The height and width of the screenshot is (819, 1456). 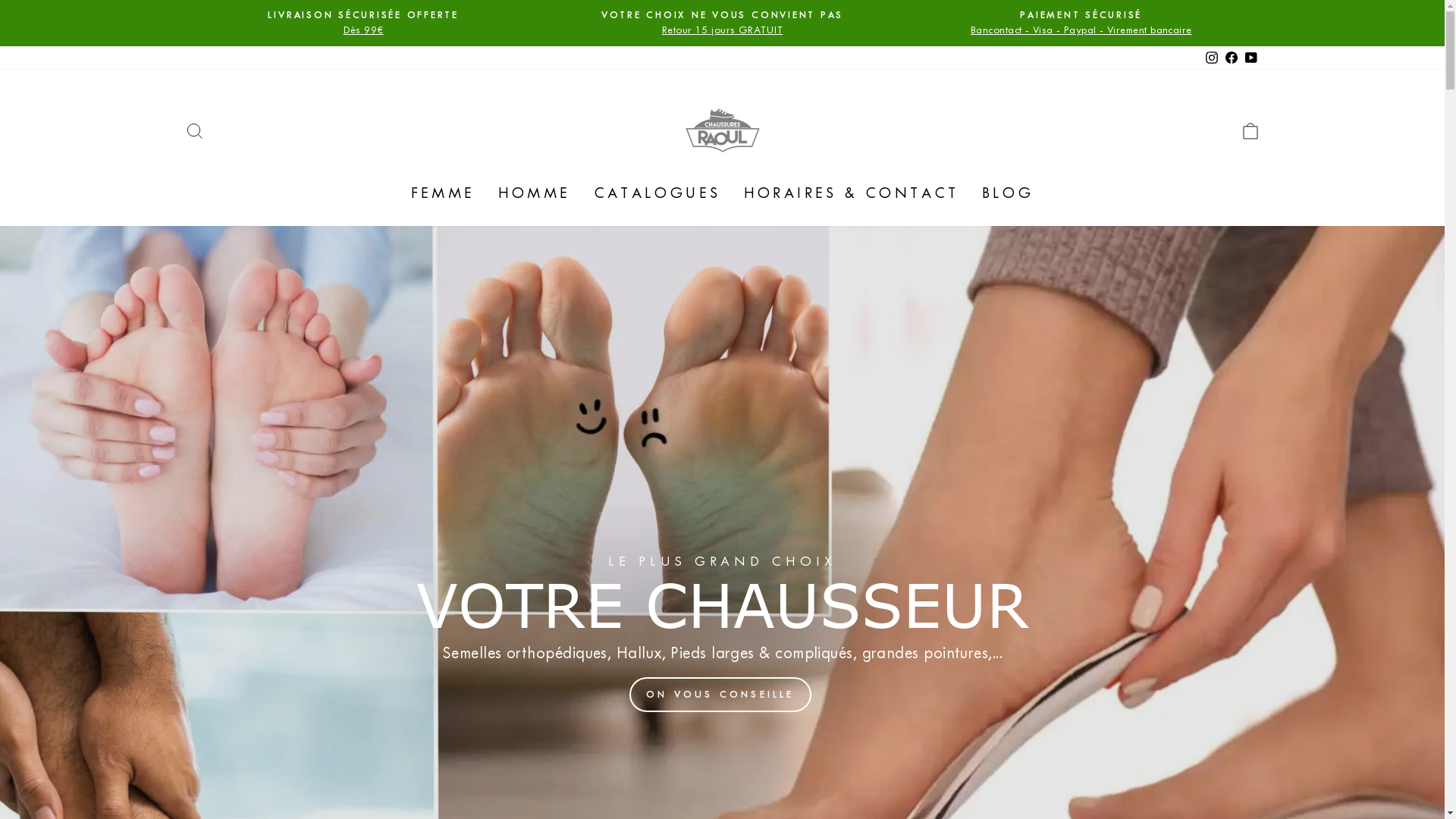 I want to click on 'CATALOGUES', so click(x=657, y=192).